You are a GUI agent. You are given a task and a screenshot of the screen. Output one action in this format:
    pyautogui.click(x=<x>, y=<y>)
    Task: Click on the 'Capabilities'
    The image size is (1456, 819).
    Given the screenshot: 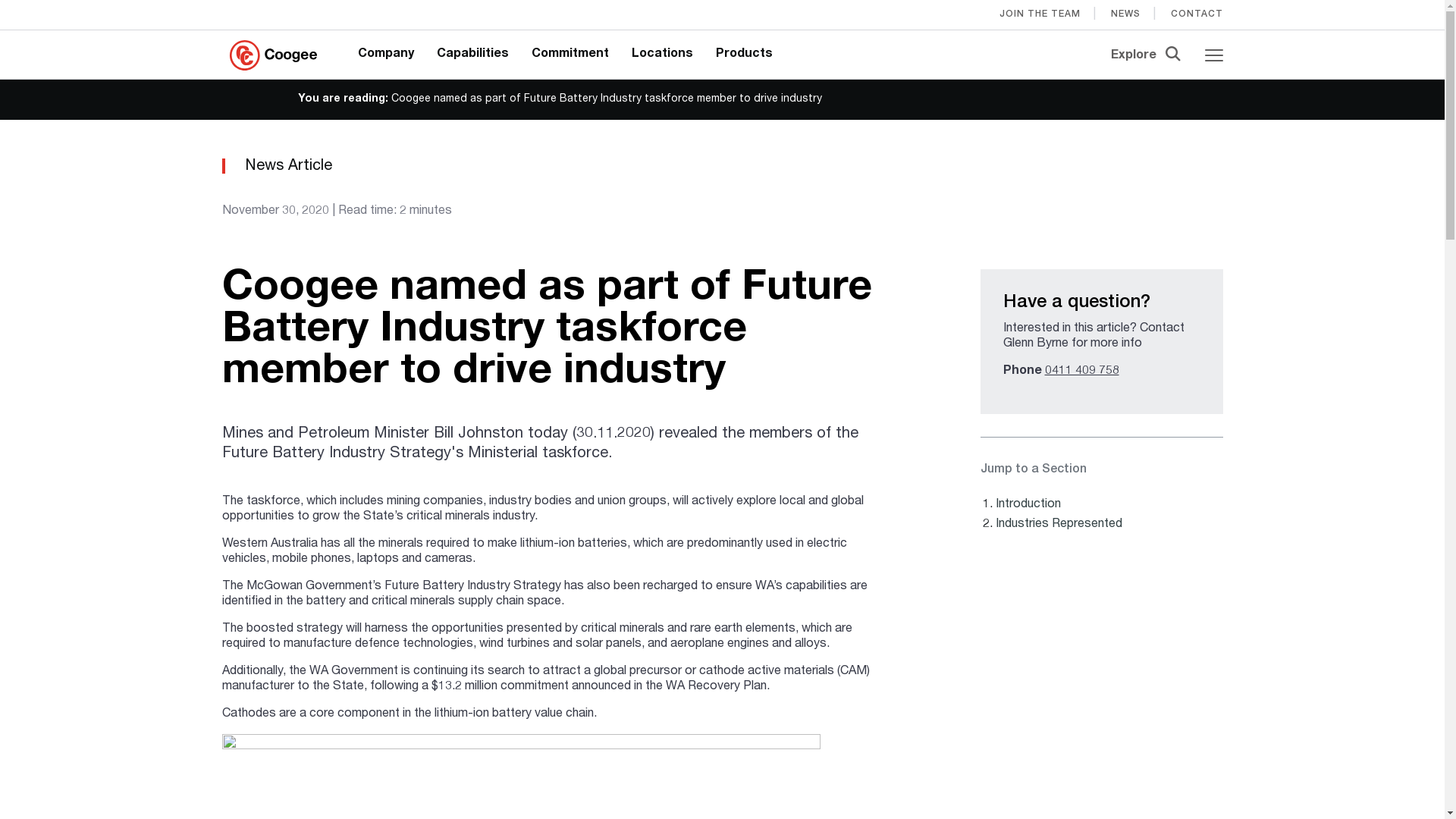 What is the action you would take?
    pyautogui.click(x=472, y=54)
    